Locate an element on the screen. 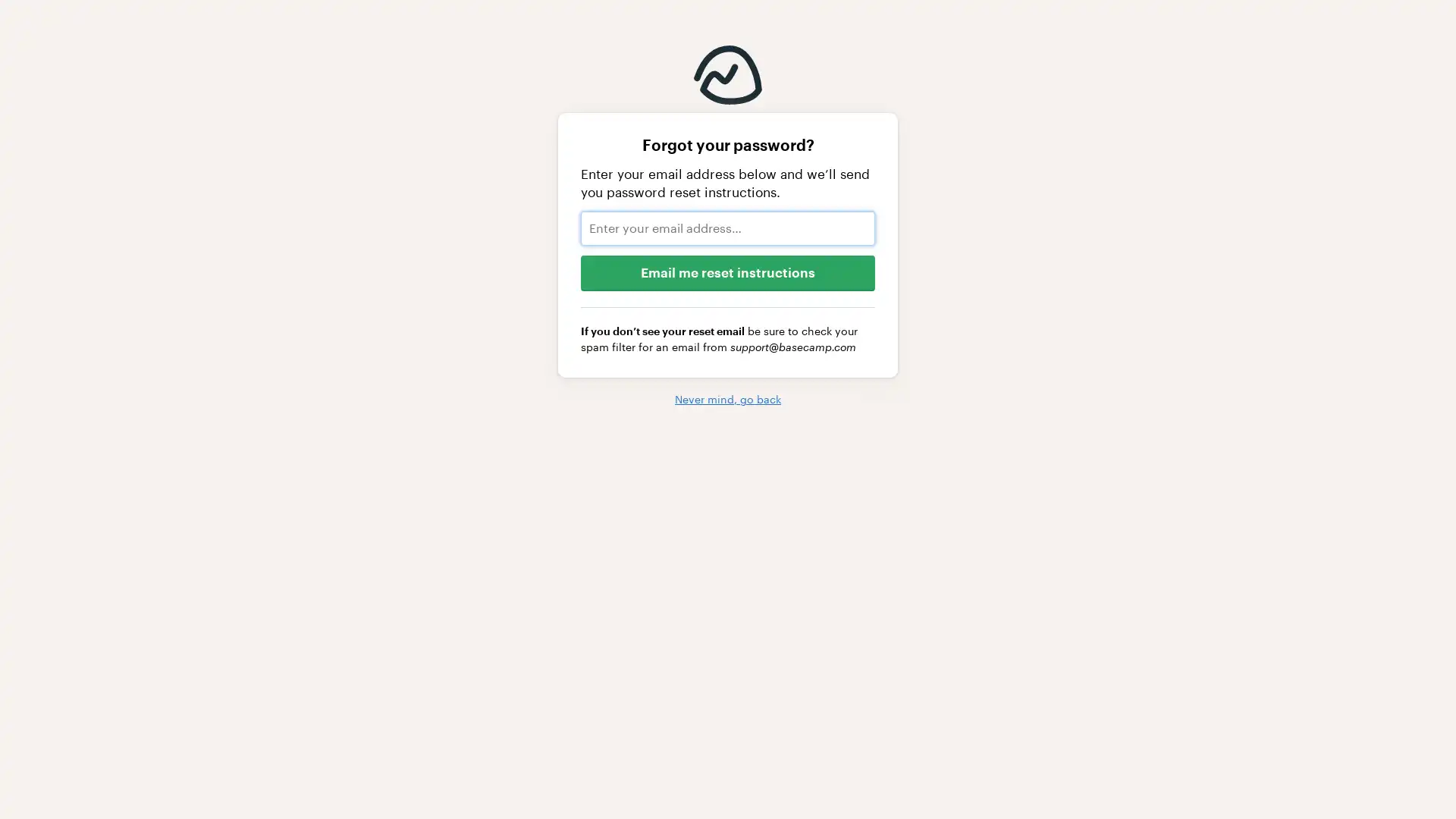 The image size is (1456, 819). Email me reset instructions is located at coordinates (728, 271).